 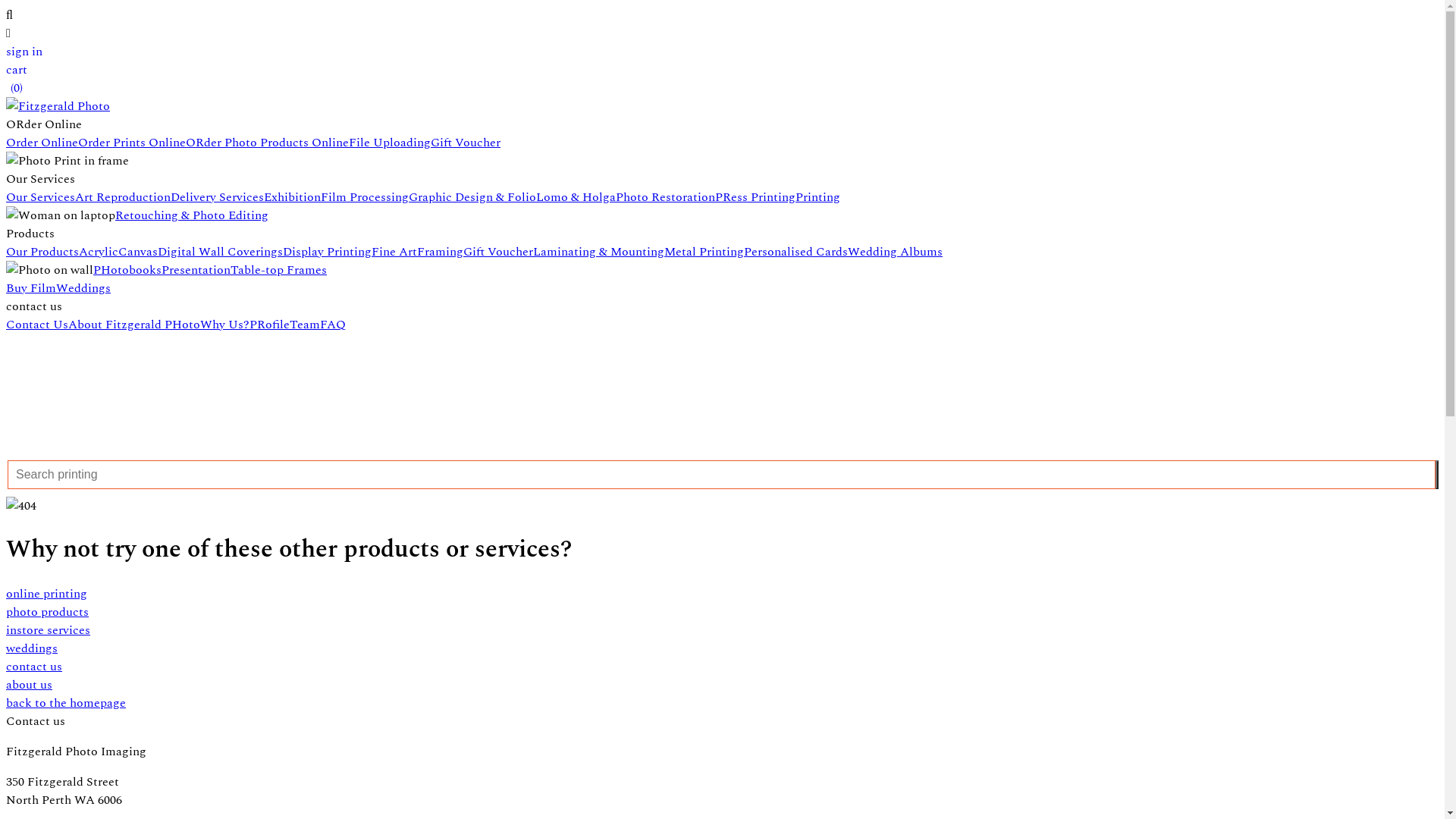 I want to click on 'sign in', so click(x=24, y=51).